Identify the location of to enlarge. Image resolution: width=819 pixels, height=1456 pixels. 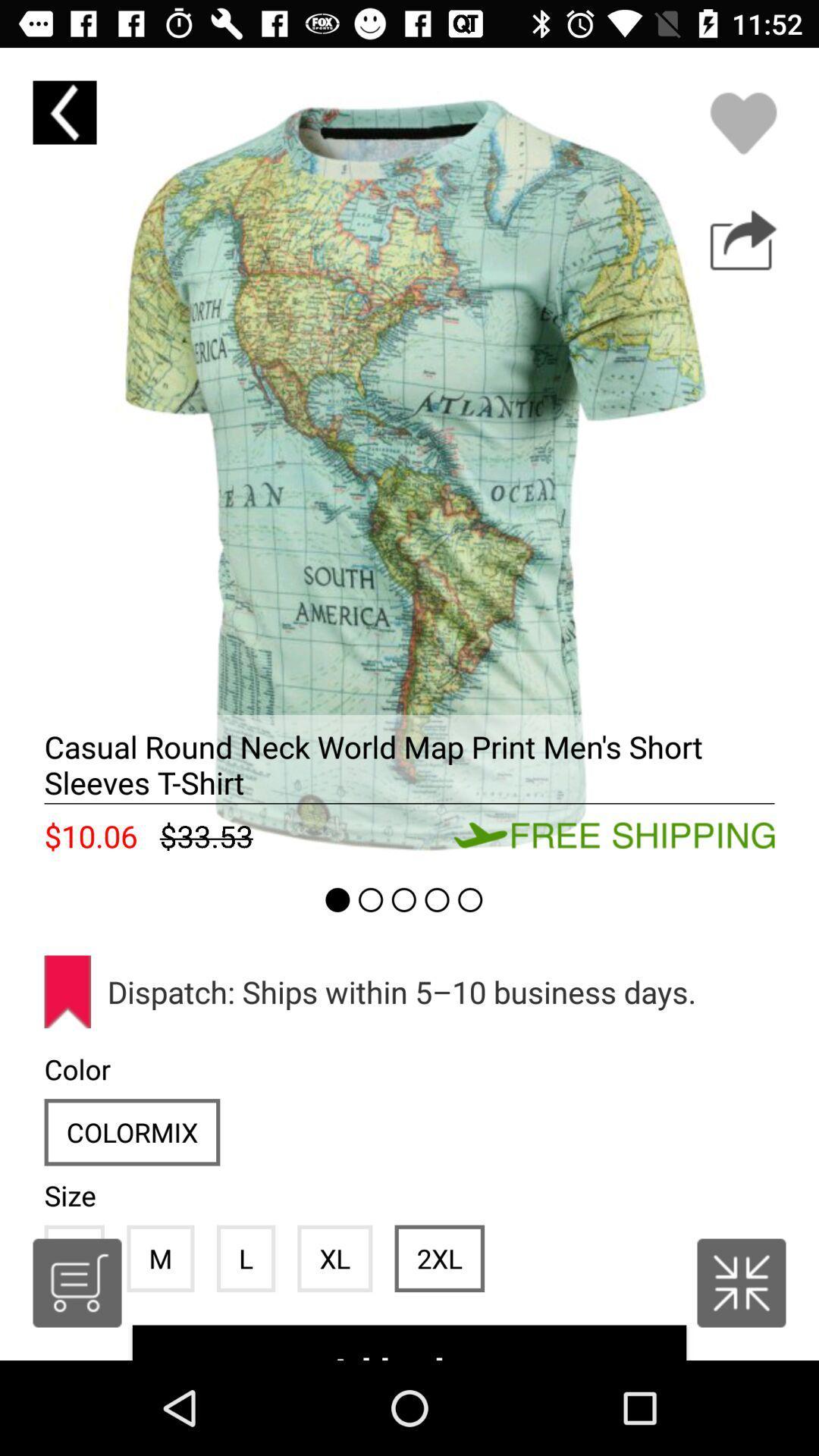
(741, 1282).